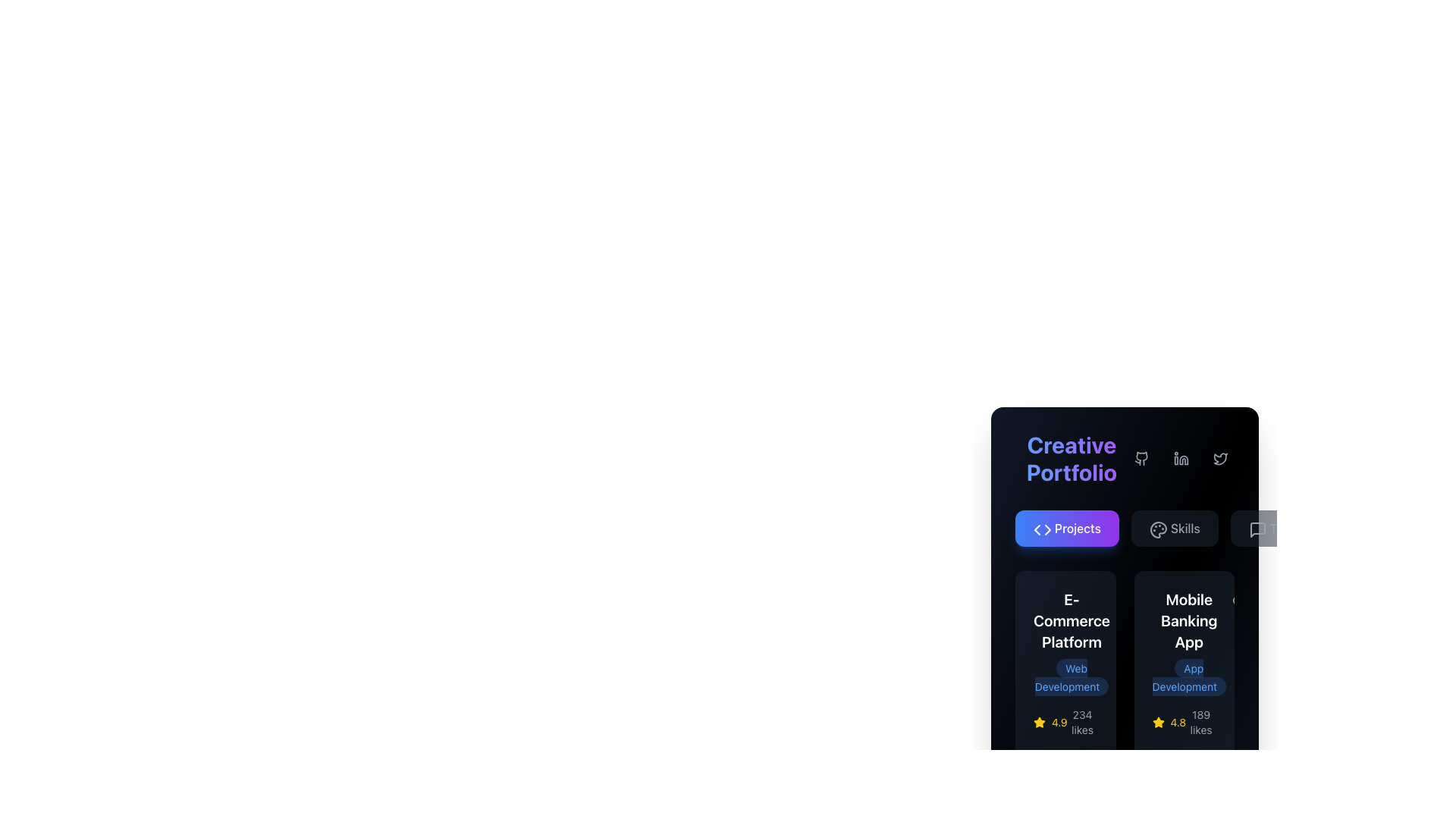  Describe the element at coordinates (1142, 458) in the screenshot. I see `the GitHub icon button located in the top-right section of the card, which is the first link in a row of three icons, to potentially trigger a visual effect` at that location.